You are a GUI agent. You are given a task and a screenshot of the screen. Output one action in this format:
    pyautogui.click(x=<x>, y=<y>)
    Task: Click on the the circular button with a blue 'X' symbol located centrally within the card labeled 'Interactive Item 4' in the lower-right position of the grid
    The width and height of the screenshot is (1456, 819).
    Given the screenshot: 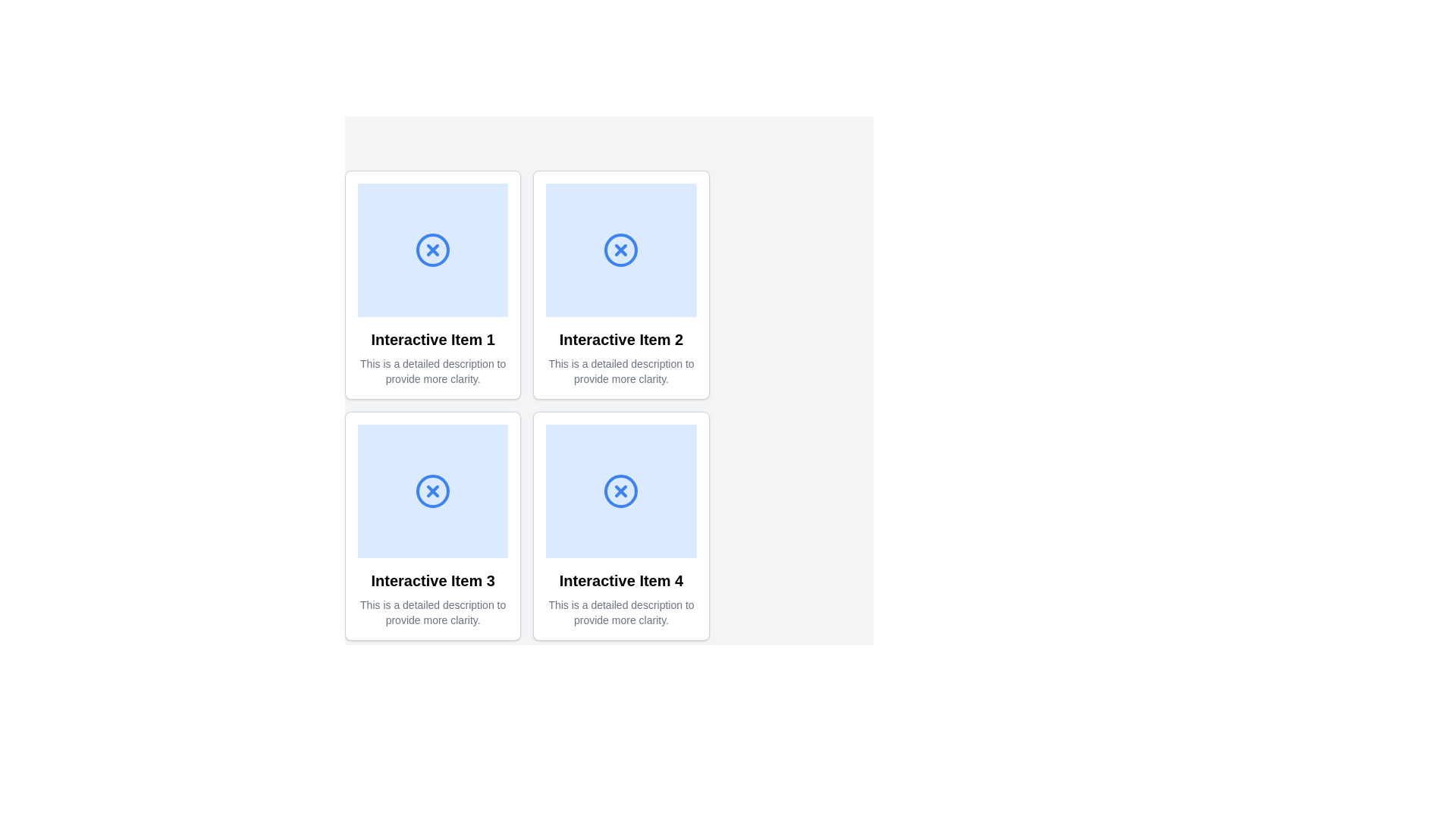 What is the action you would take?
    pyautogui.click(x=621, y=491)
    